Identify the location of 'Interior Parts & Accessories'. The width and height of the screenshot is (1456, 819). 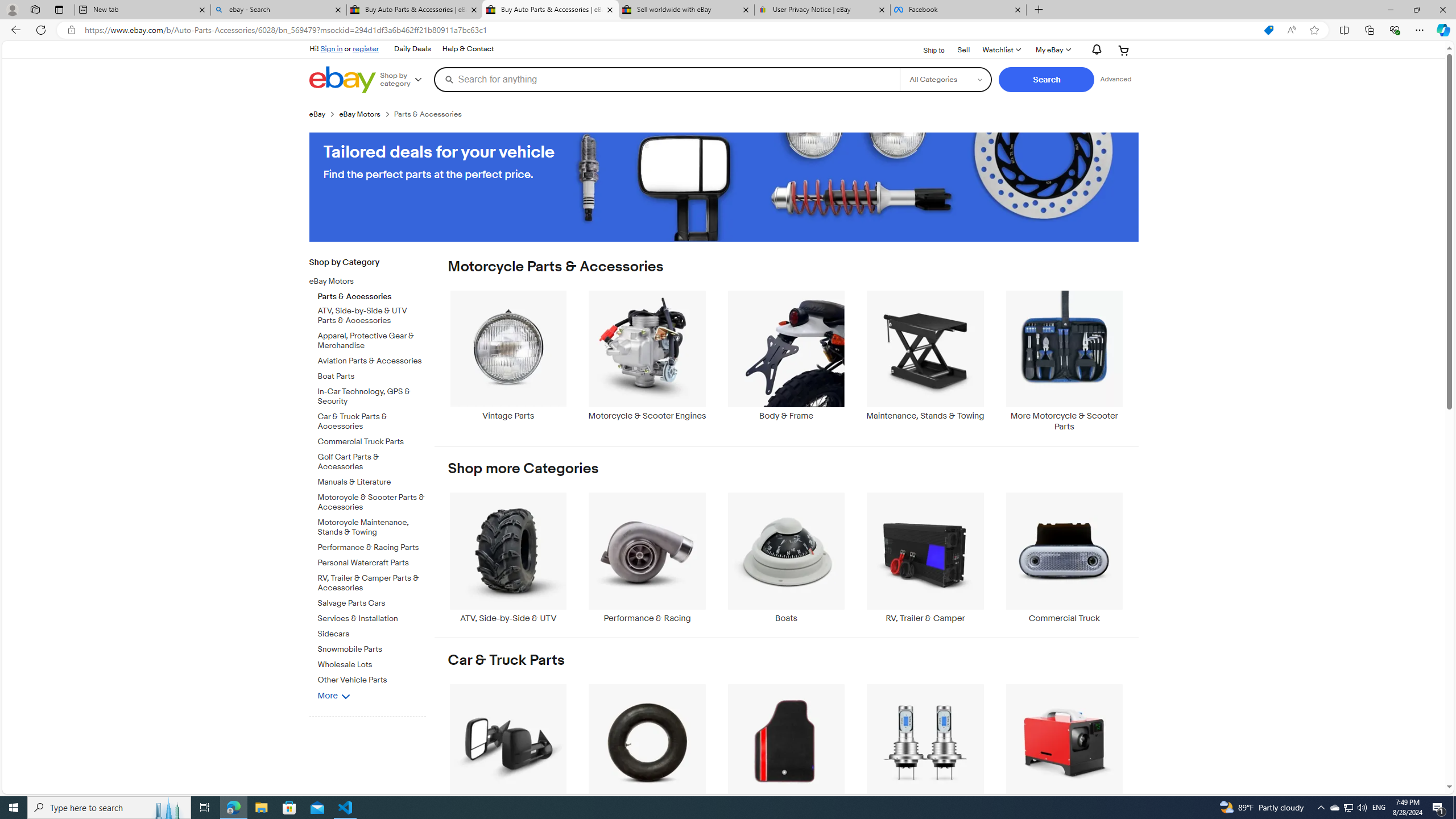
(785, 748).